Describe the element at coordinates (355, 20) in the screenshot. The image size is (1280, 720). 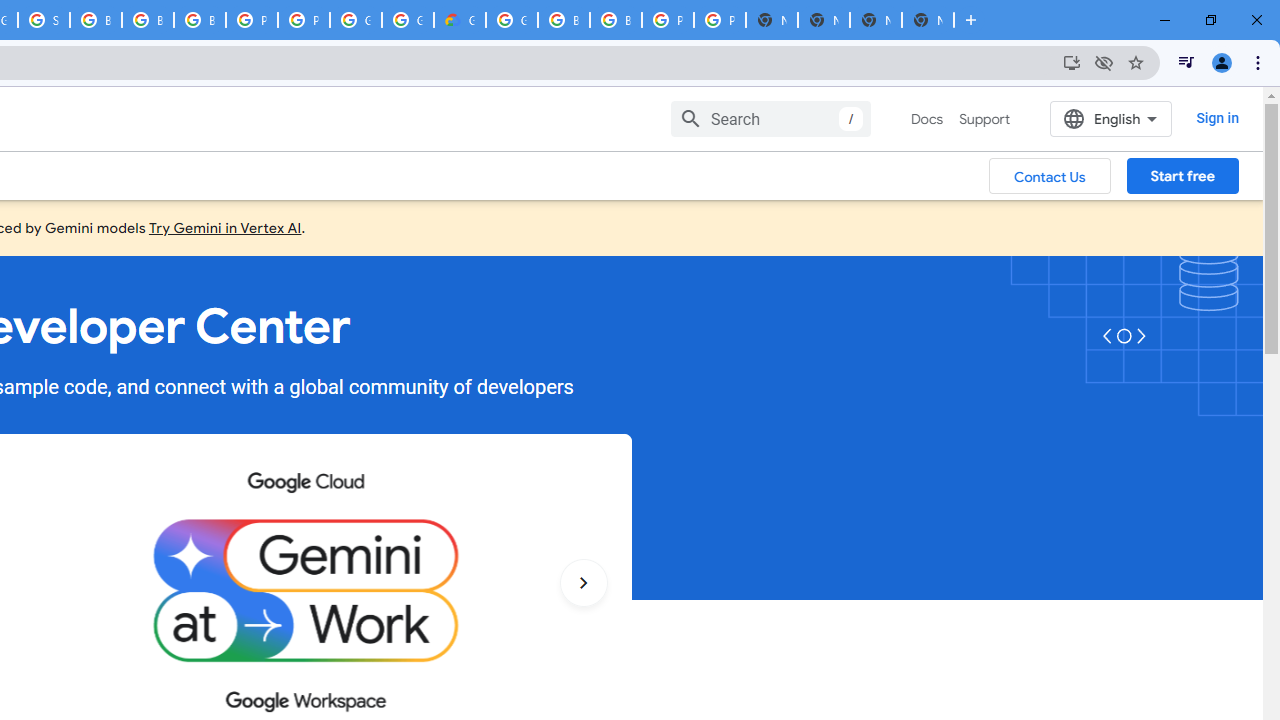
I see `'Google Cloud Platform'` at that location.